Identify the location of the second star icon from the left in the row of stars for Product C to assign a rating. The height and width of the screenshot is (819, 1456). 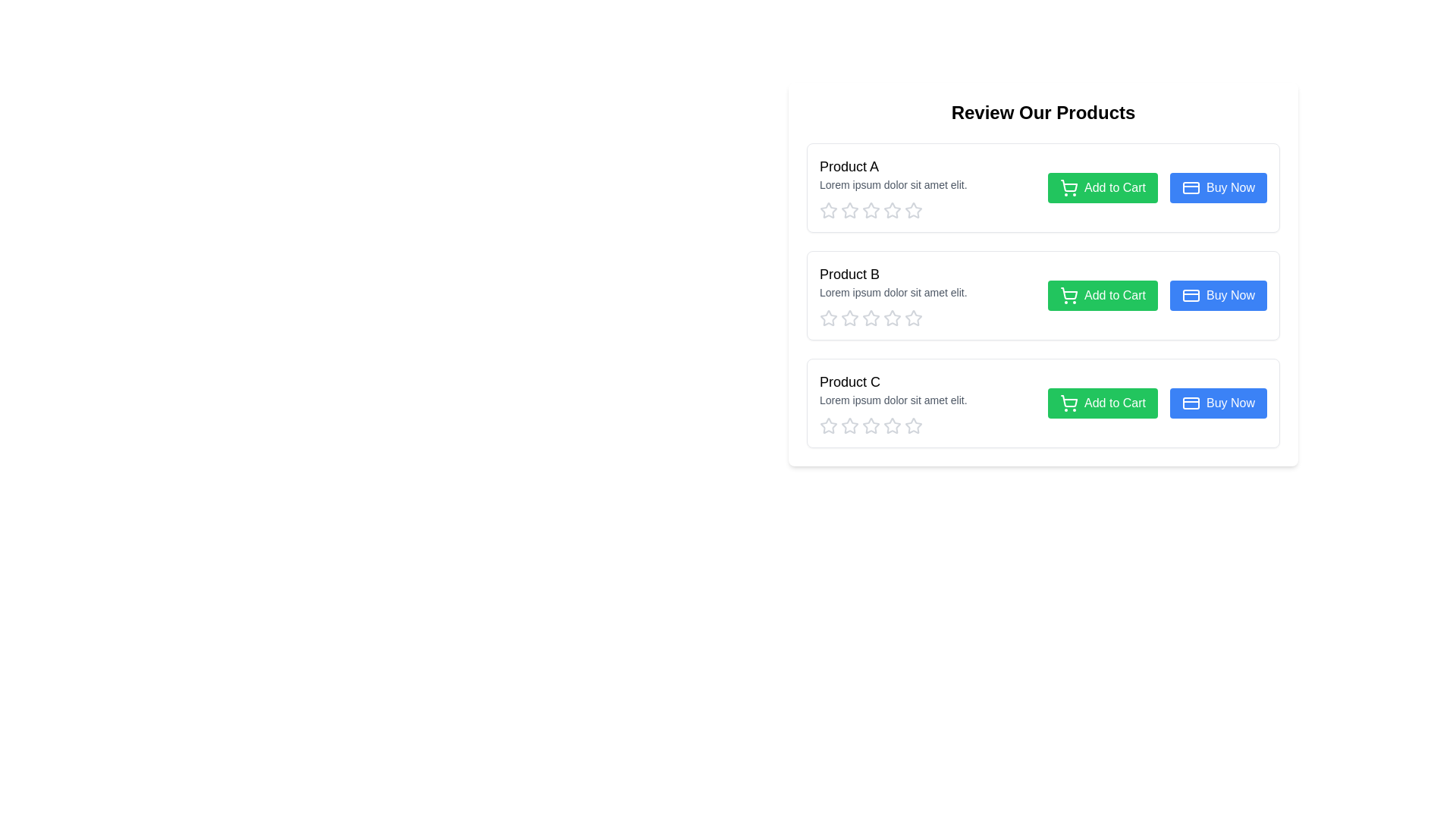
(850, 426).